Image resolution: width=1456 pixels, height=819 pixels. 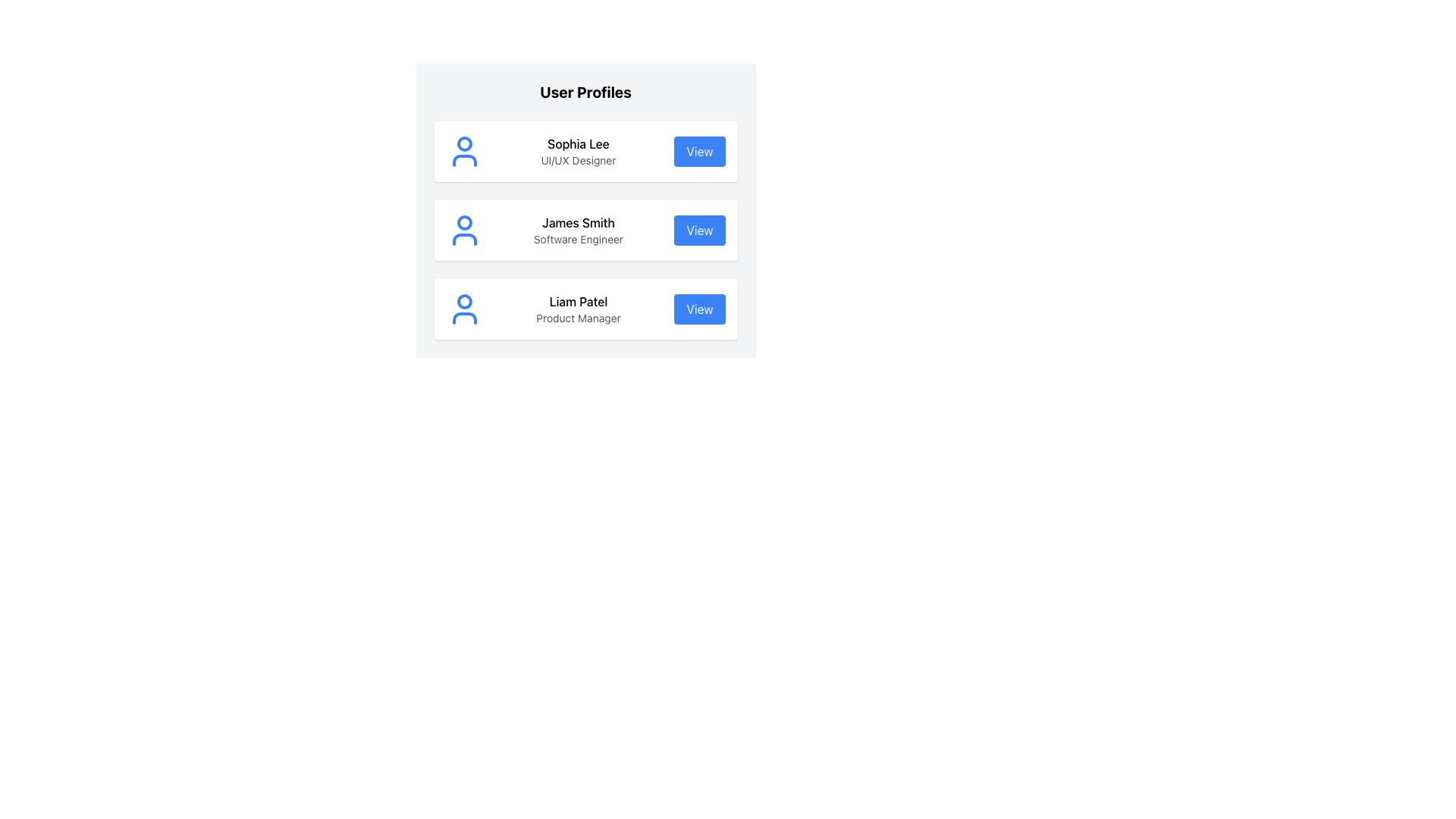 I want to click on the text label that identifies the profession or role of the user, positioned directly below the name 'Sophia Lee' in the user profile details box, so click(x=578, y=161).